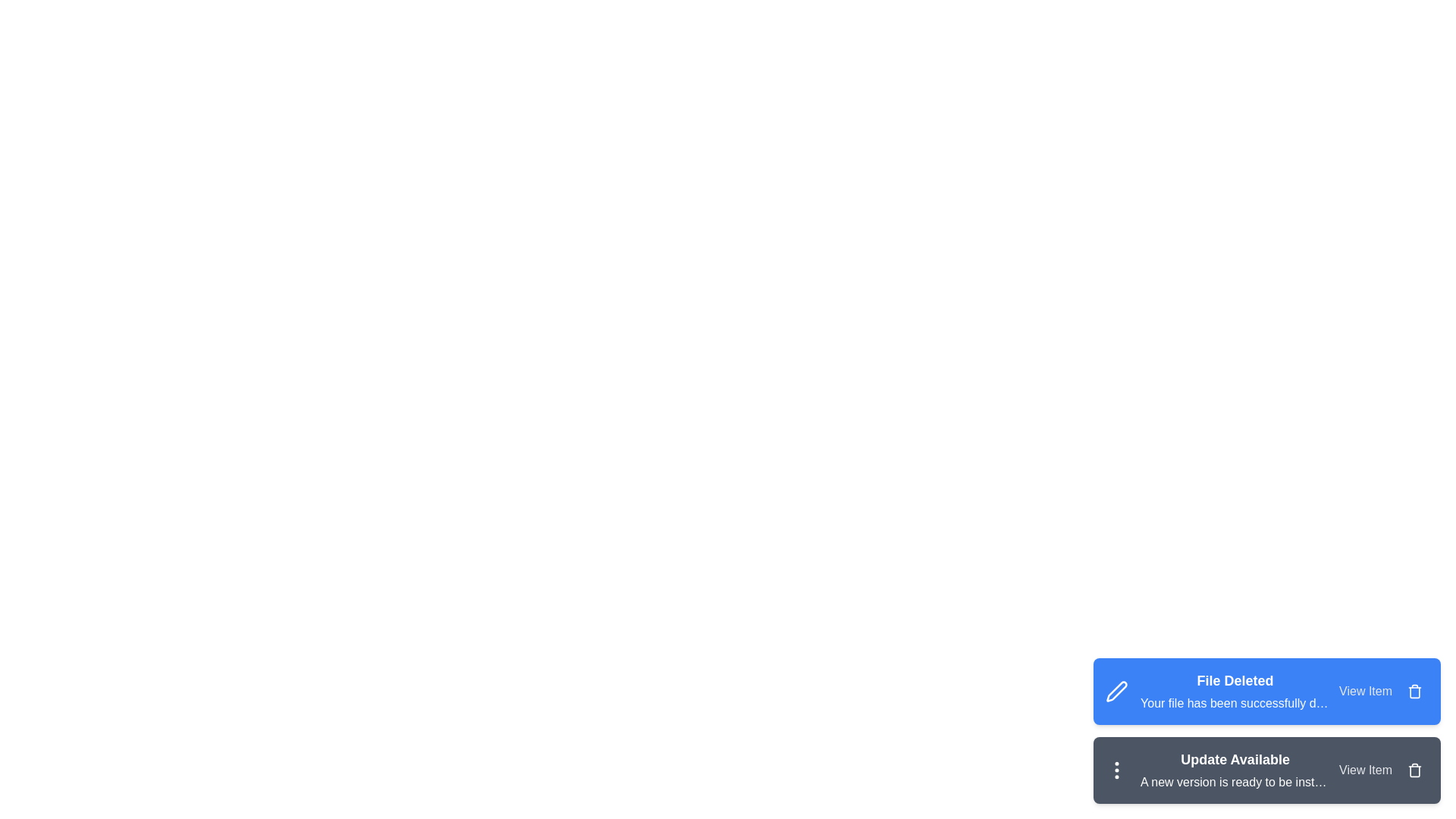 This screenshot has width=1456, height=819. What do you see at coordinates (1365, 691) in the screenshot?
I see `the 'View Item' button for the notification titled 'File Deleted'` at bounding box center [1365, 691].